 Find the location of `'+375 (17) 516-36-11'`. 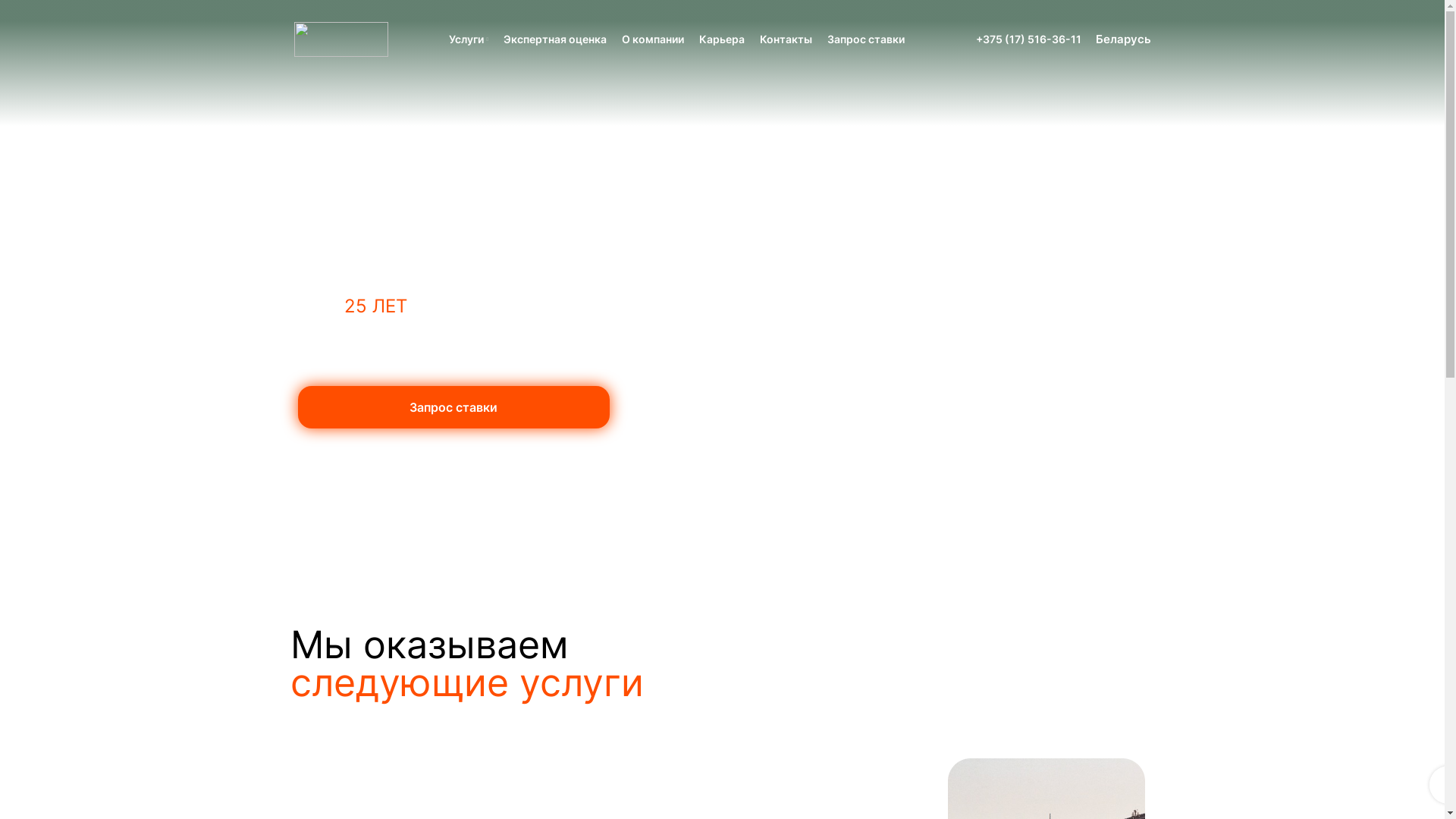

'+375 (17) 516-36-11' is located at coordinates (1028, 38).